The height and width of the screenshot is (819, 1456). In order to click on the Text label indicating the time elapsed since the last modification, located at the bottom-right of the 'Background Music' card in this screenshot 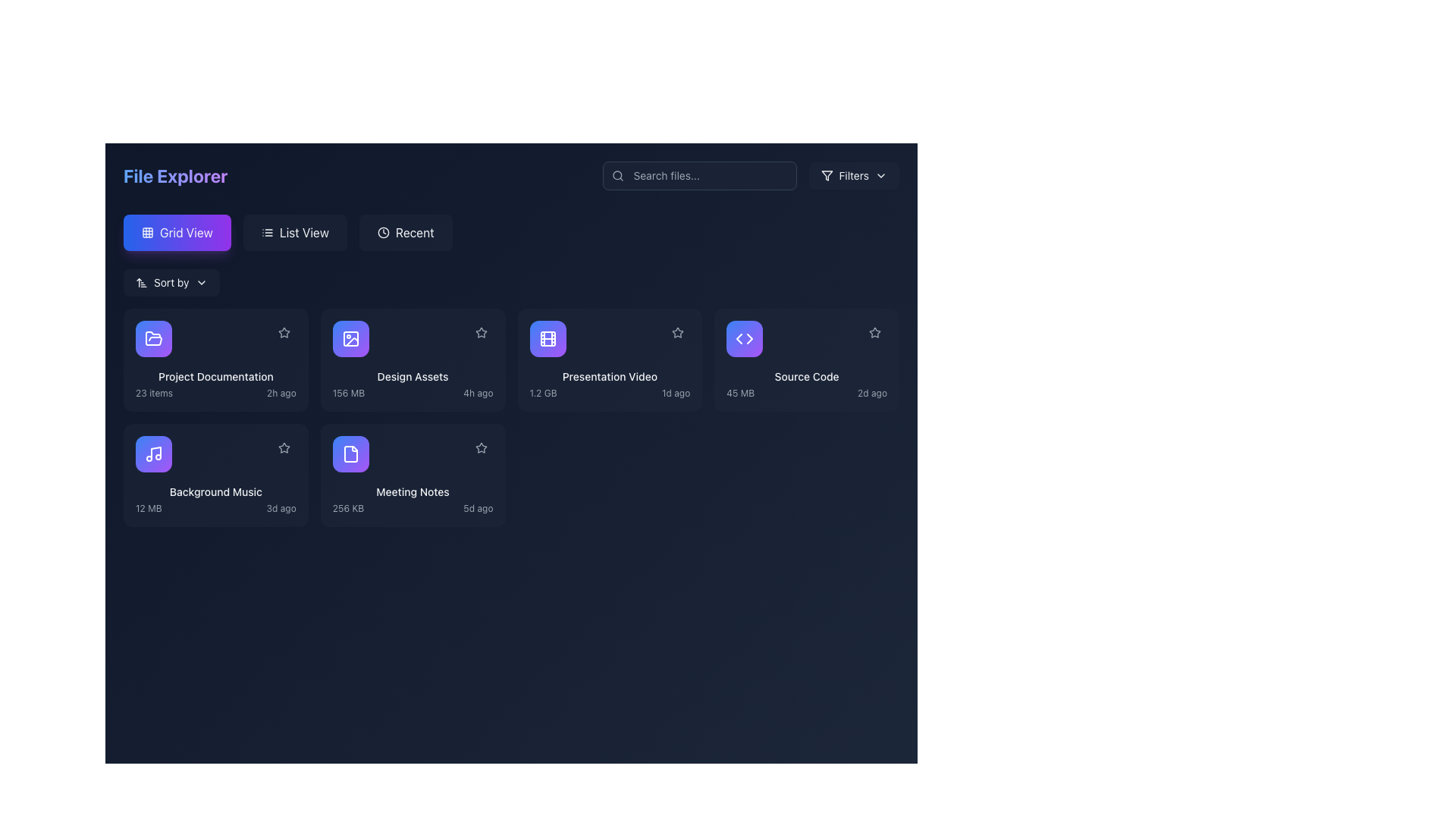, I will do `click(281, 509)`.